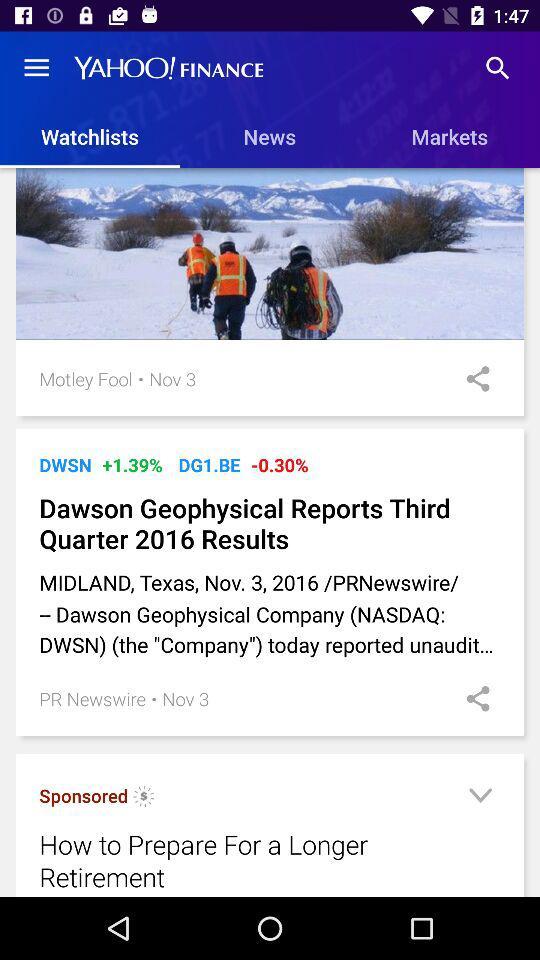 The image size is (540, 960). Describe the element at coordinates (479, 798) in the screenshot. I see `toggles expansion of sponsored content` at that location.